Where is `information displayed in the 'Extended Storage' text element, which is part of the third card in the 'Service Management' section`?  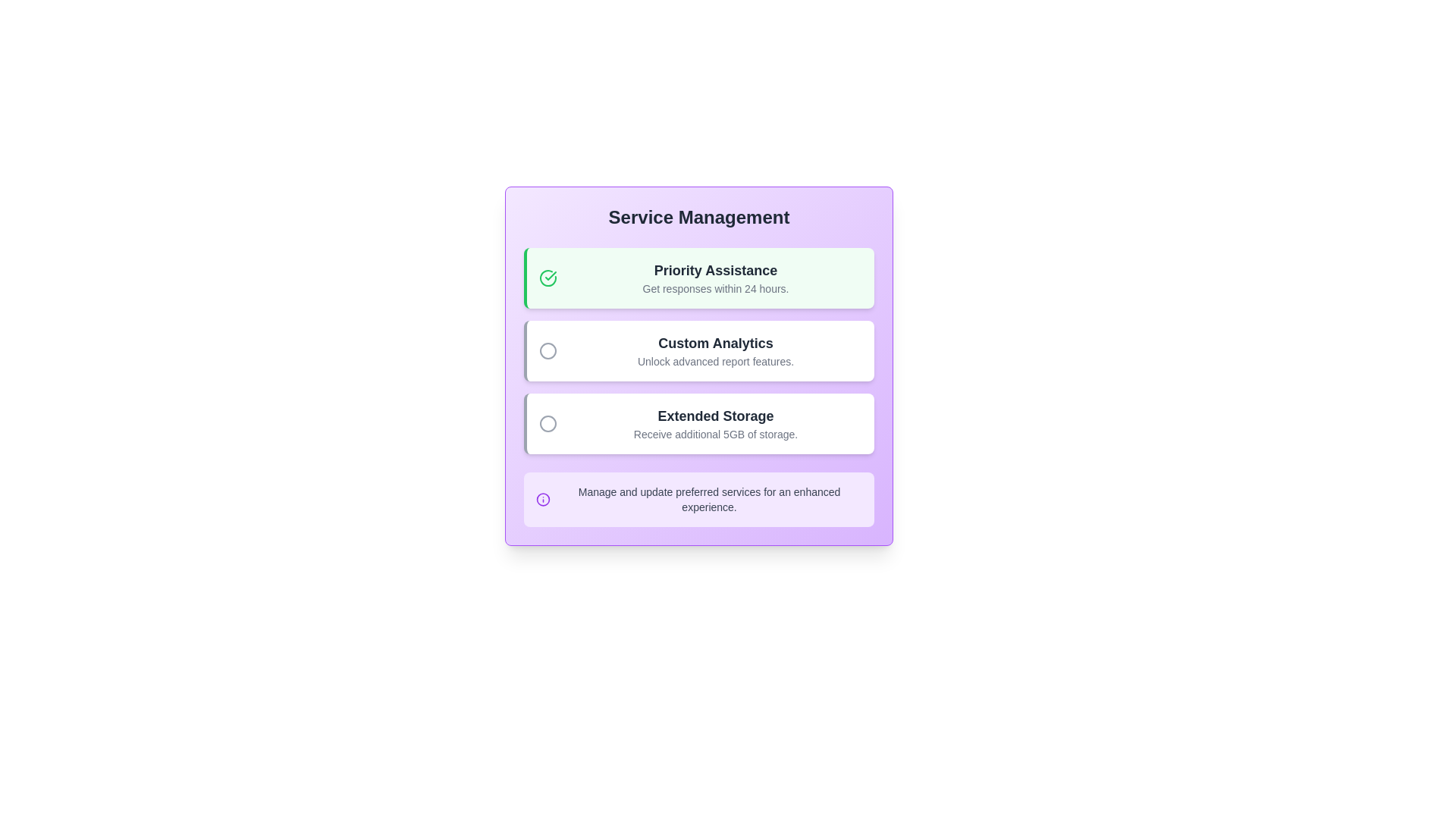
information displayed in the 'Extended Storage' text element, which is part of the third card in the 'Service Management' section is located at coordinates (715, 424).